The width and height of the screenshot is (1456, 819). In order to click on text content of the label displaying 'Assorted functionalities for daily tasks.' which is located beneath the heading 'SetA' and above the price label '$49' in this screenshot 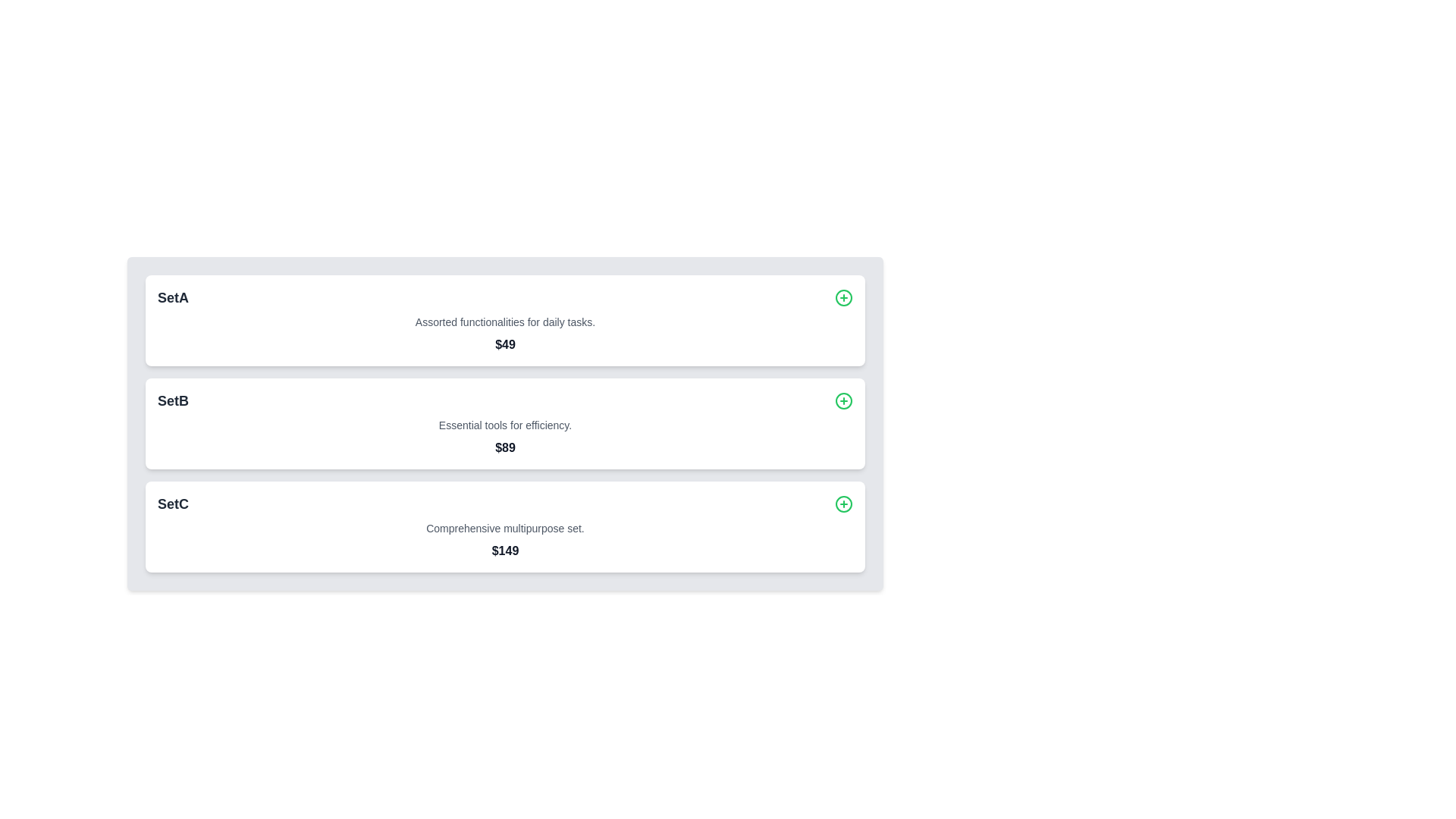, I will do `click(505, 321)`.